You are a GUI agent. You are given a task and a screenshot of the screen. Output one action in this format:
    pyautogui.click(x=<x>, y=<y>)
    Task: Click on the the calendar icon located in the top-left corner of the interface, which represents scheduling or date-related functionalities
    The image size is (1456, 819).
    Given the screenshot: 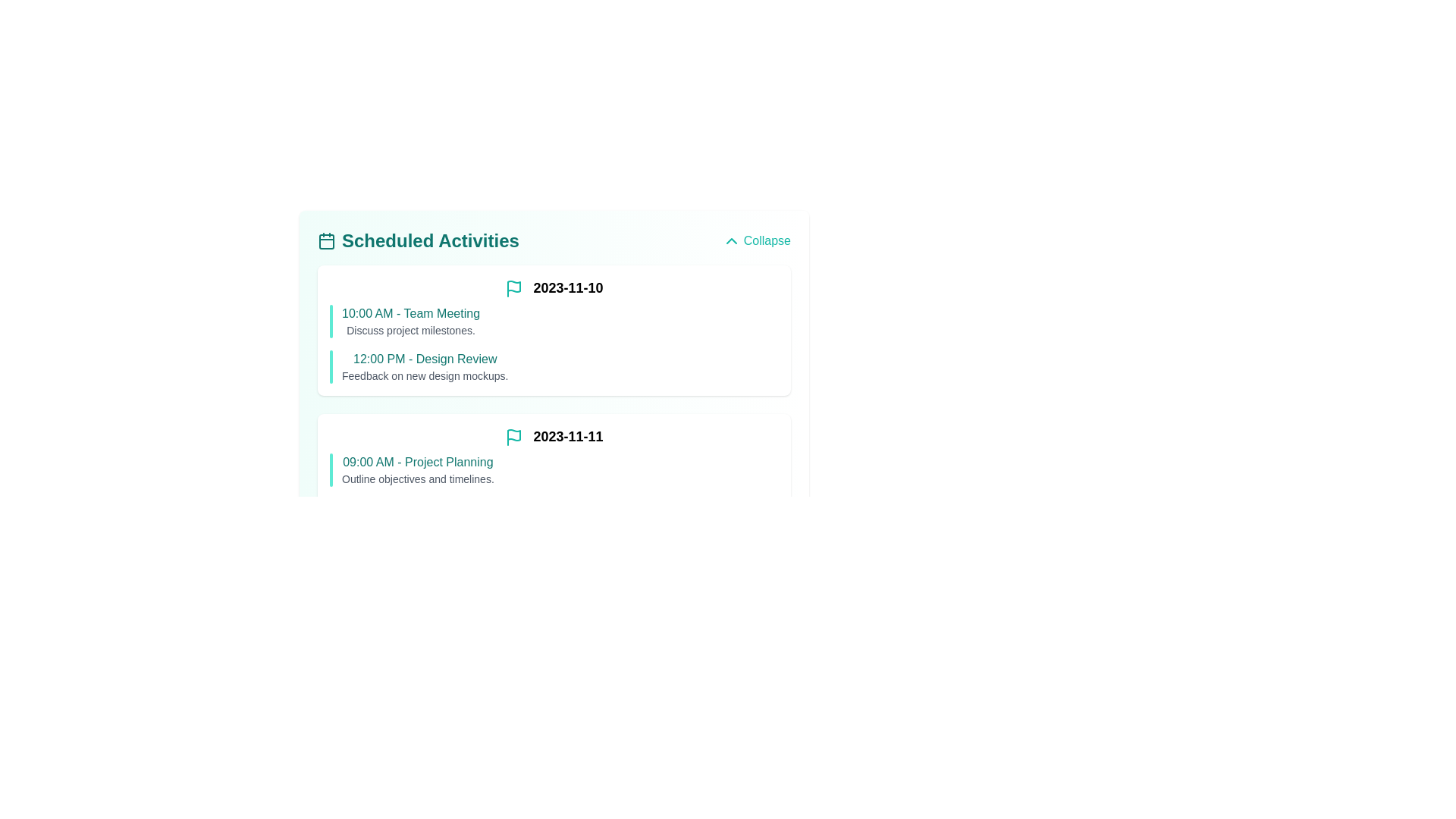 What is the action you would take?
    pyautogui.click(x=326, y=241)
    